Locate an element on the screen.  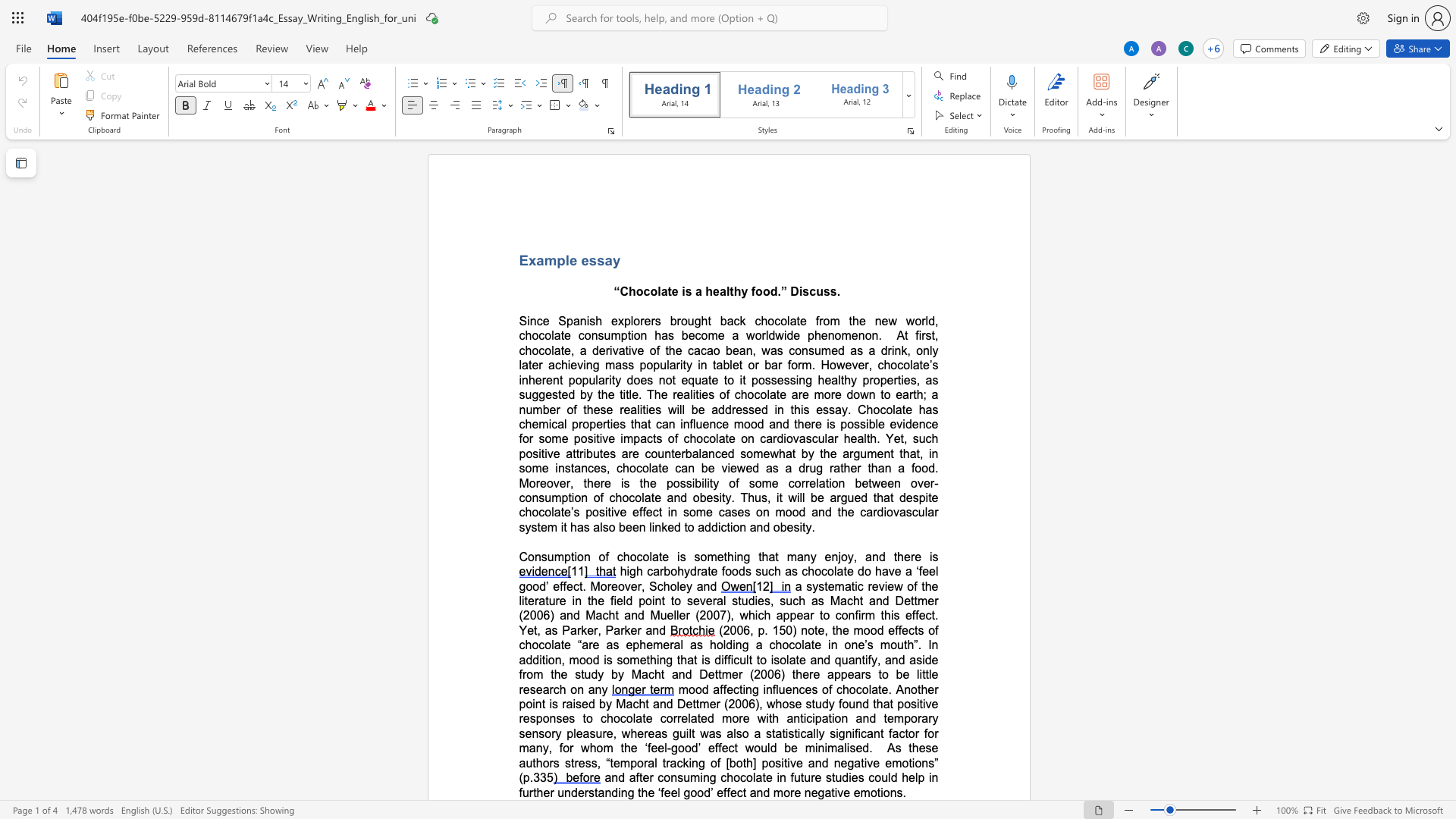
the space between the continuous character "e" and "s" in the text is located at coordinates (588, 259).